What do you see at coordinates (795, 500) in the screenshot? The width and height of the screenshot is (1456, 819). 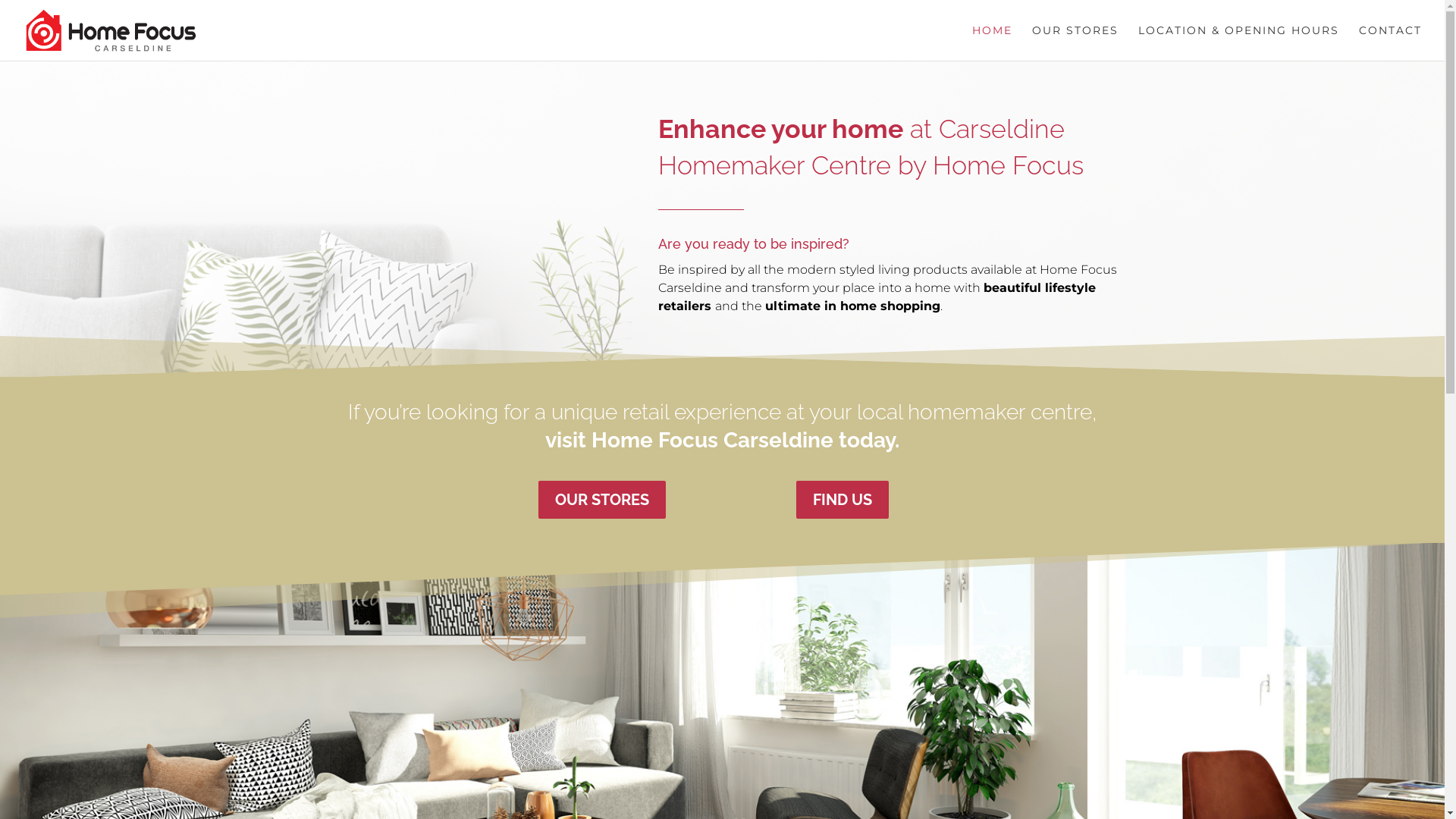 I see `'FIND US'` at bounding box center [795, 500].